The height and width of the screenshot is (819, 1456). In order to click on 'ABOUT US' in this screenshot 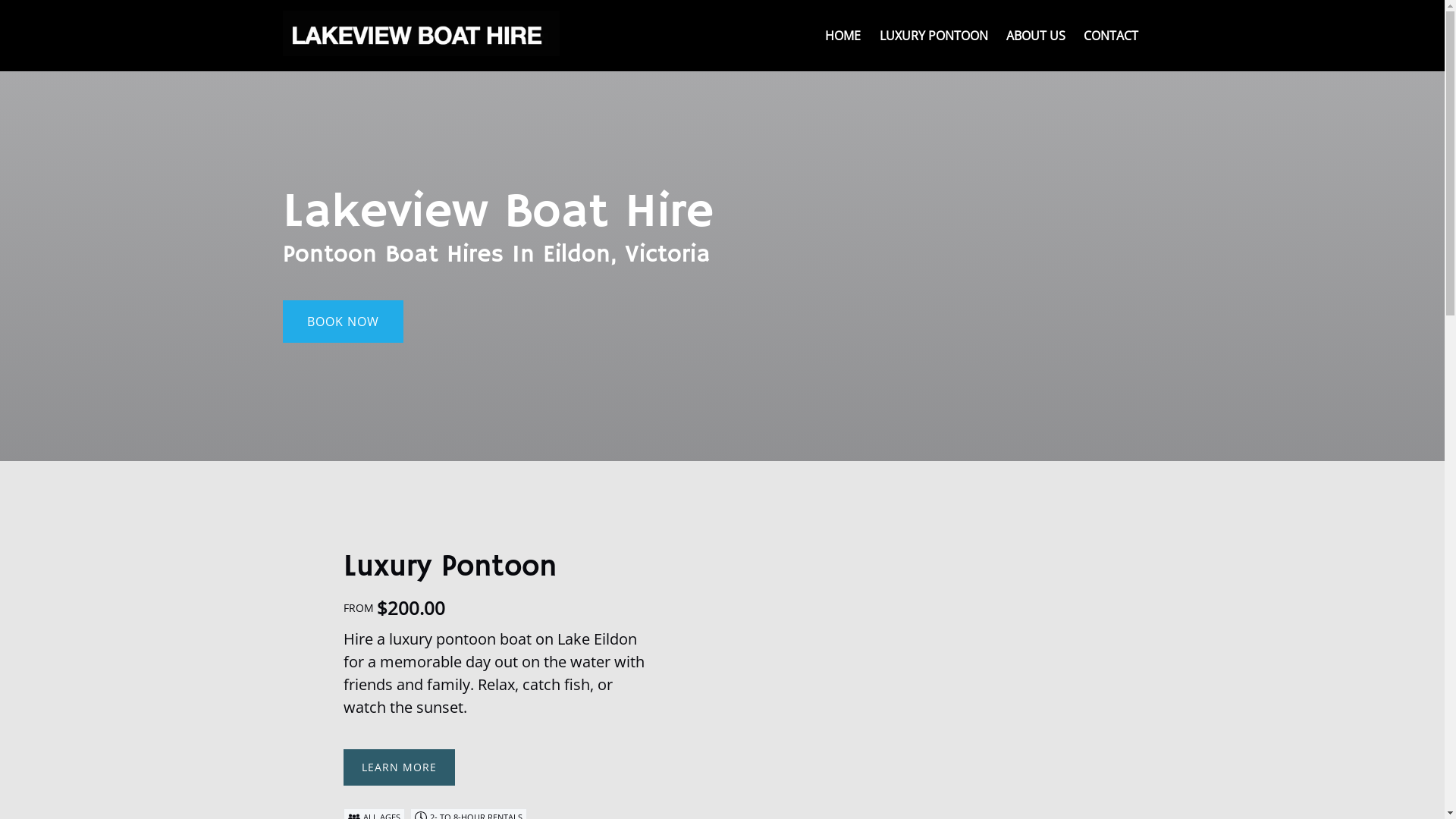, I will do `click(1034, 34)`.